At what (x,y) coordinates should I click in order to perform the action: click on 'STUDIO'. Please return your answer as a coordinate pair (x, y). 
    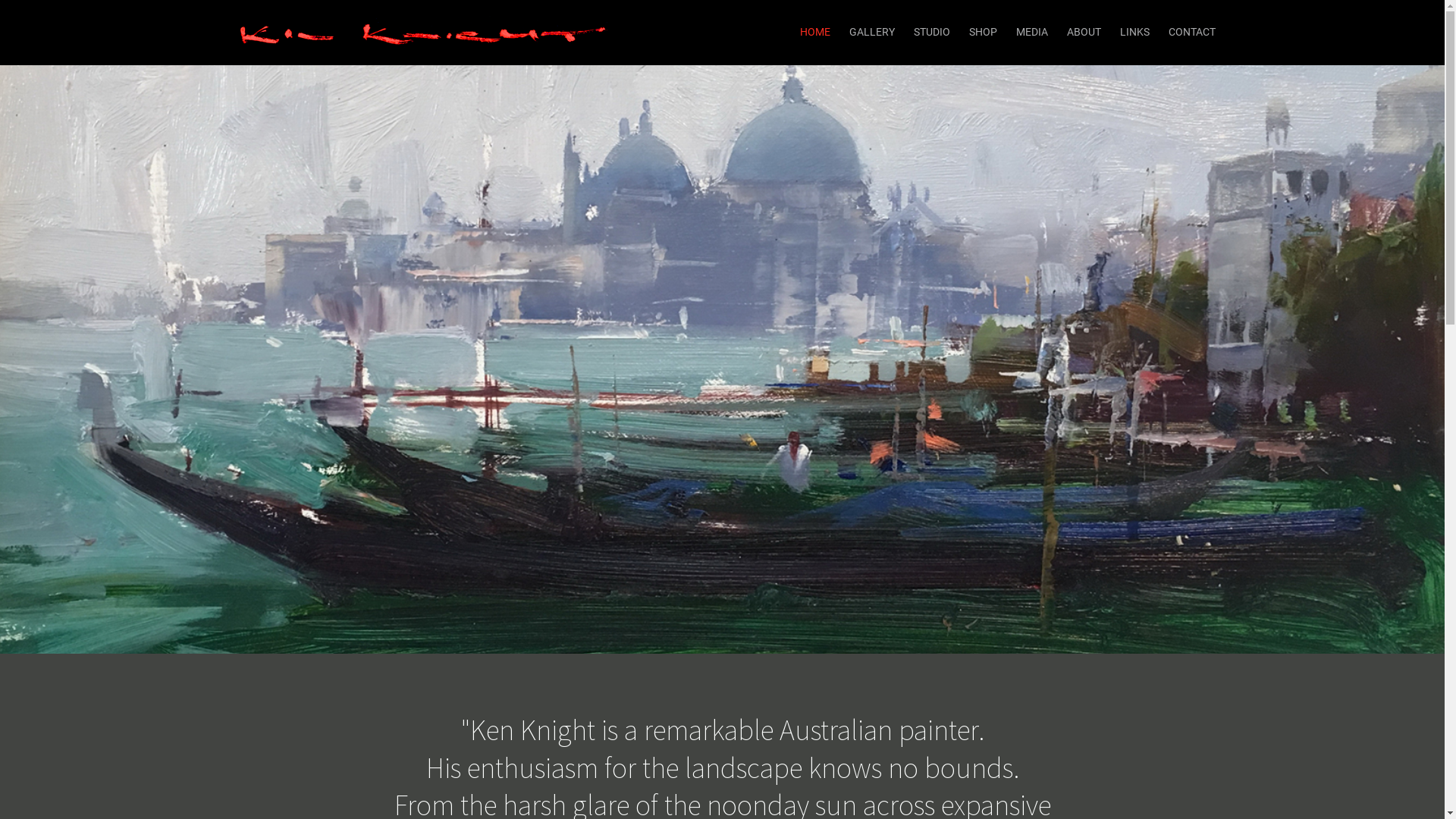
    Looking at the image, I should click on (930, 32).